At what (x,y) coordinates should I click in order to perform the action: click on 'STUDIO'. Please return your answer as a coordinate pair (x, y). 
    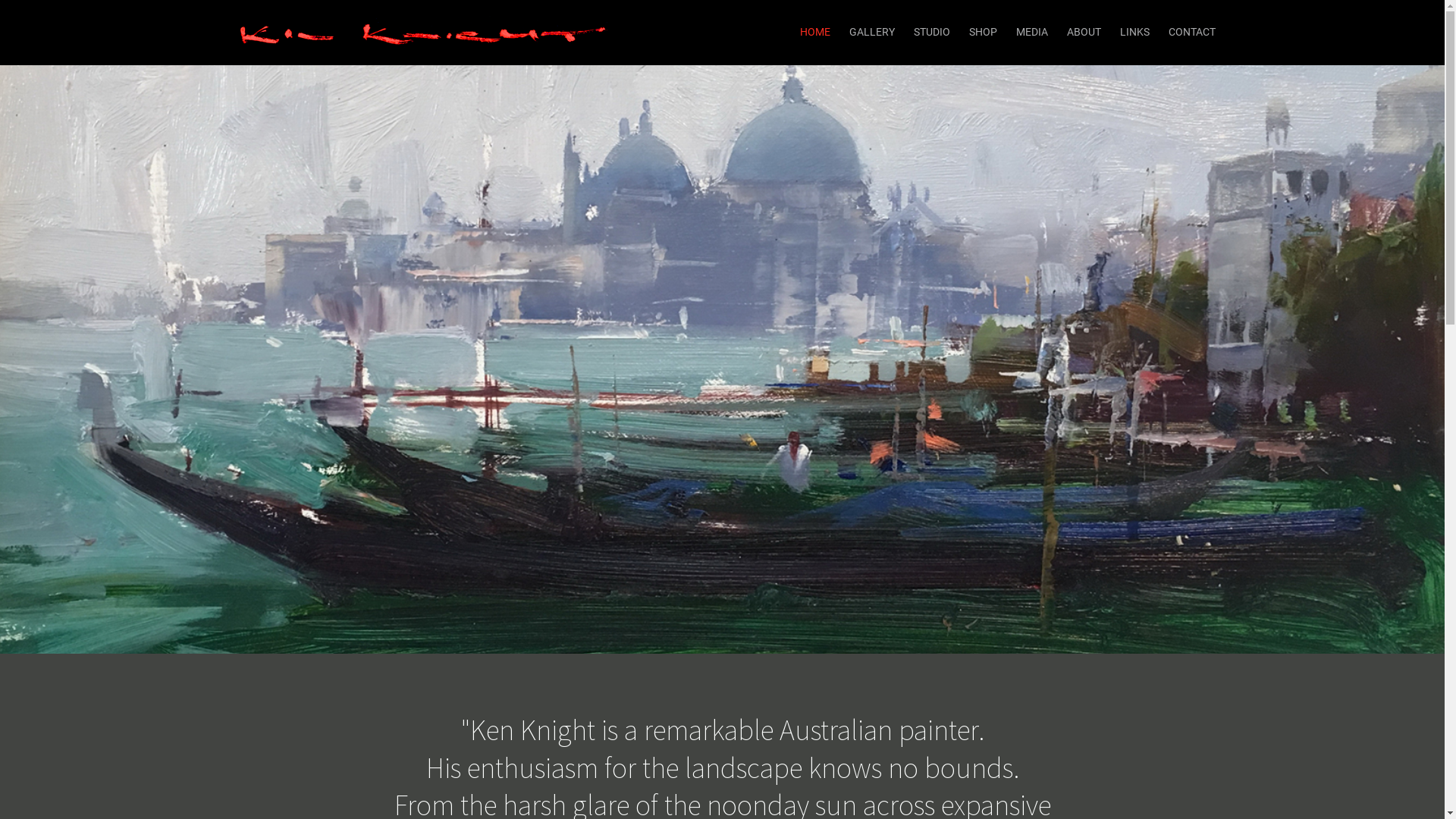
    Looking at the image, I should click on (930, 32).